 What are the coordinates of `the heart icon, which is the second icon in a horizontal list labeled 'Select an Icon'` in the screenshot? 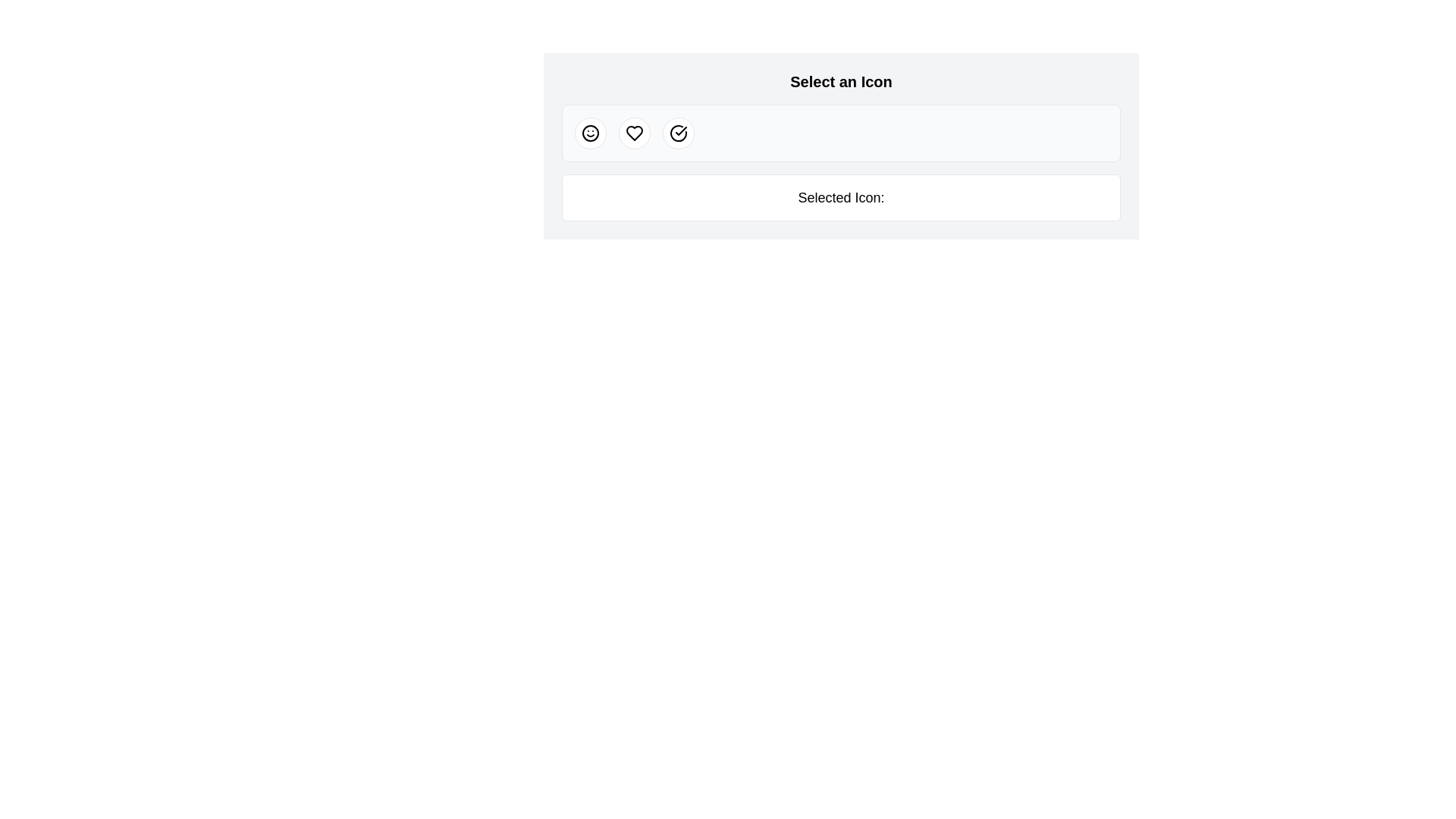 It's located at (634, 133).